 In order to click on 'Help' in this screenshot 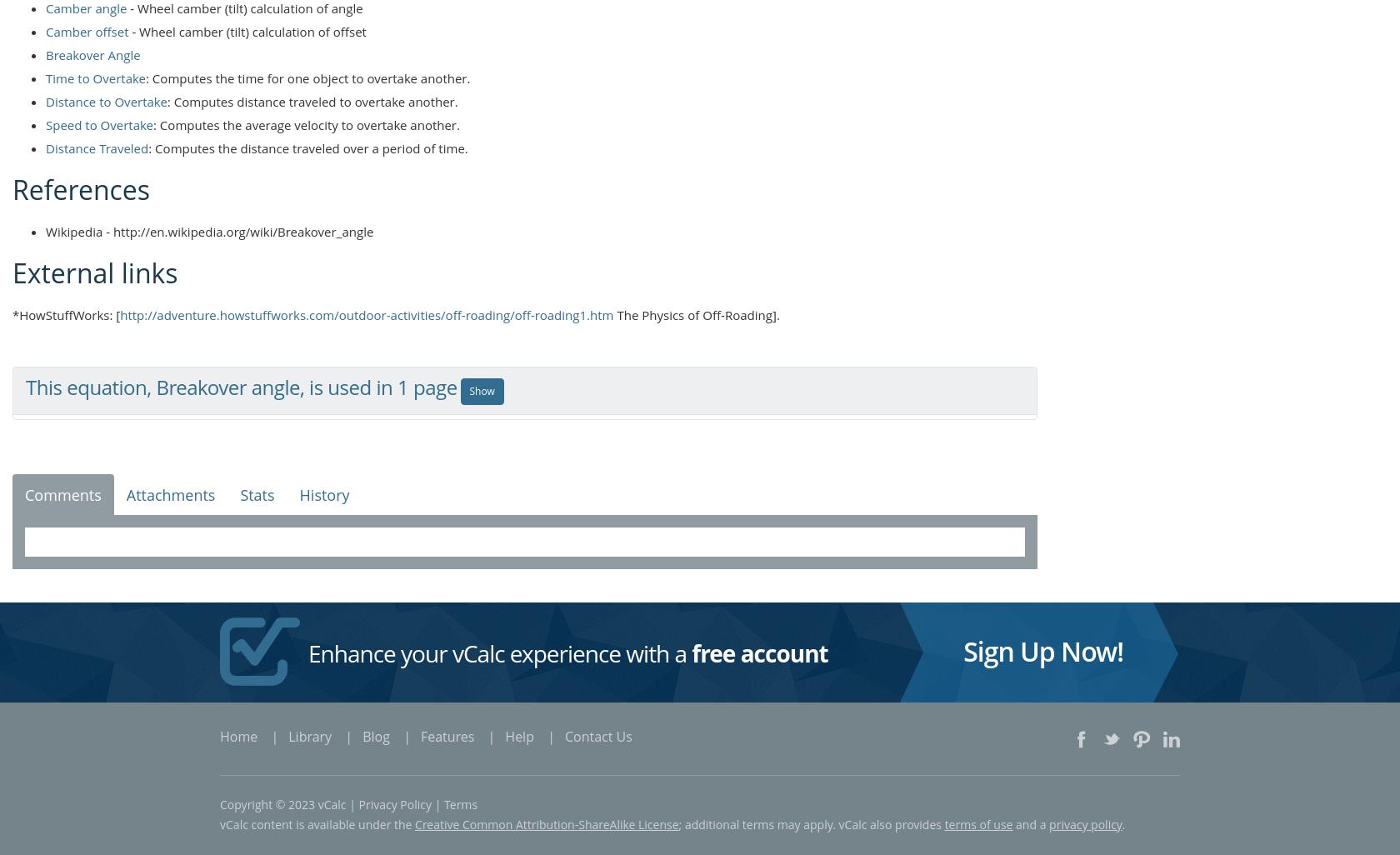, I will do `click(504, 734)`.